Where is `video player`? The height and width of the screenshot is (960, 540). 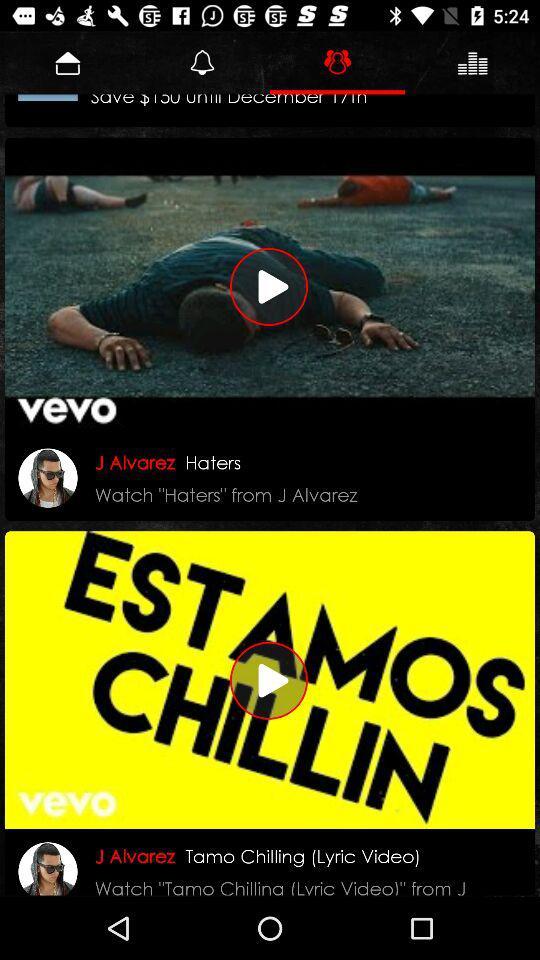
video player is located at coordinates (270, 285).